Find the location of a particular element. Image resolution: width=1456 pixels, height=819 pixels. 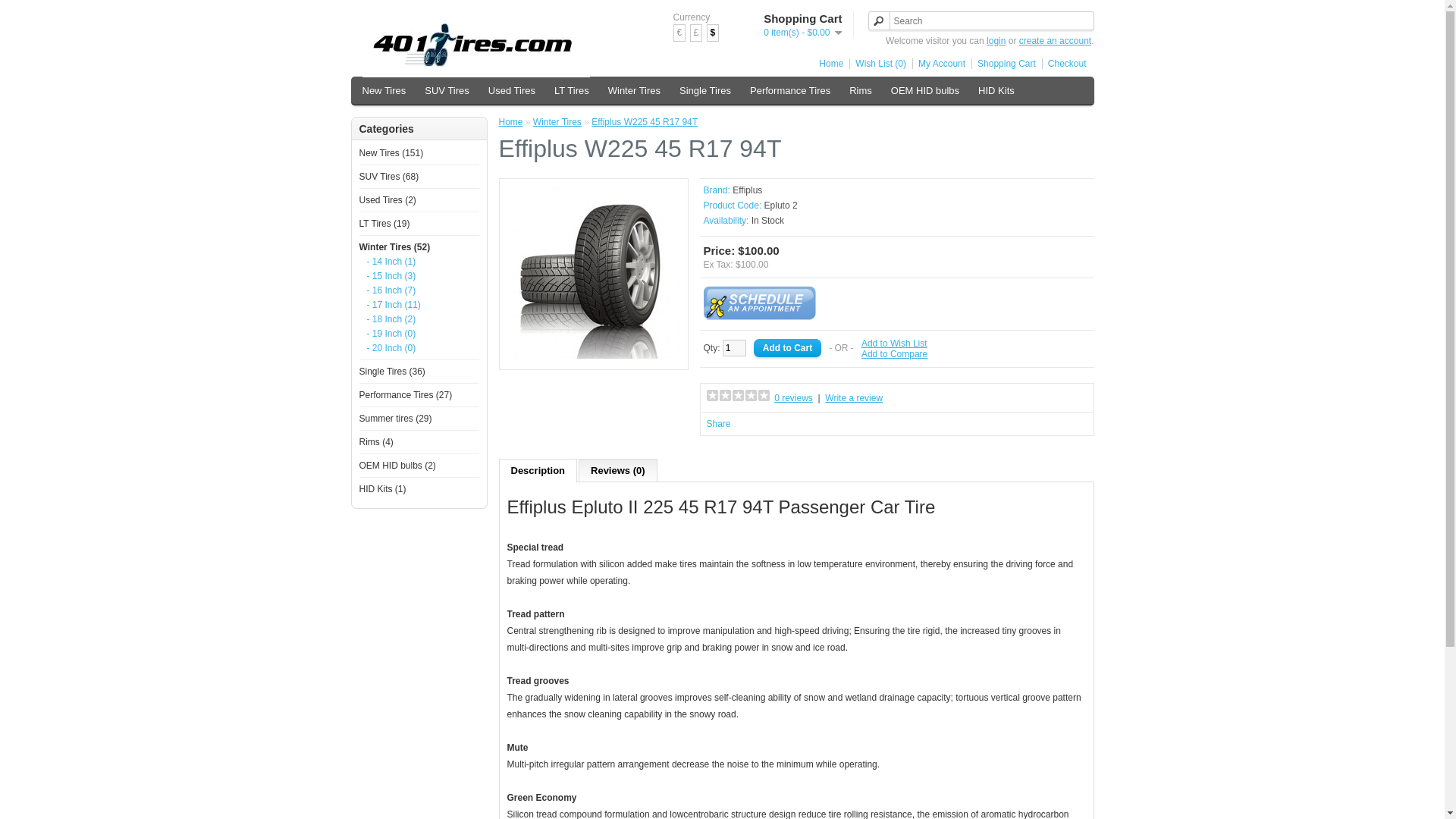

'- 20 Inch (0)' is located at coordinates (418, 348).